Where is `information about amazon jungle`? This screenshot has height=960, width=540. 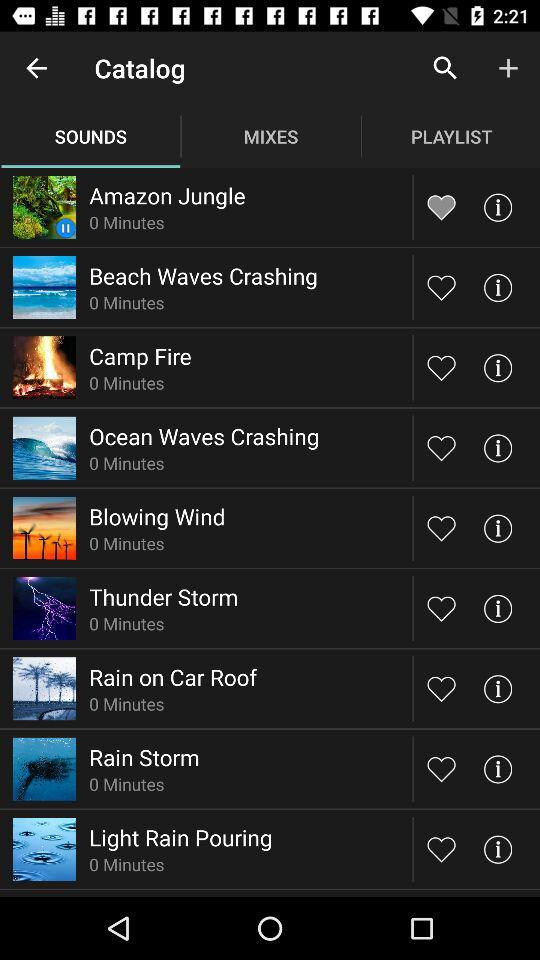
information about amazon jungle is located at coordinates (496, 207).